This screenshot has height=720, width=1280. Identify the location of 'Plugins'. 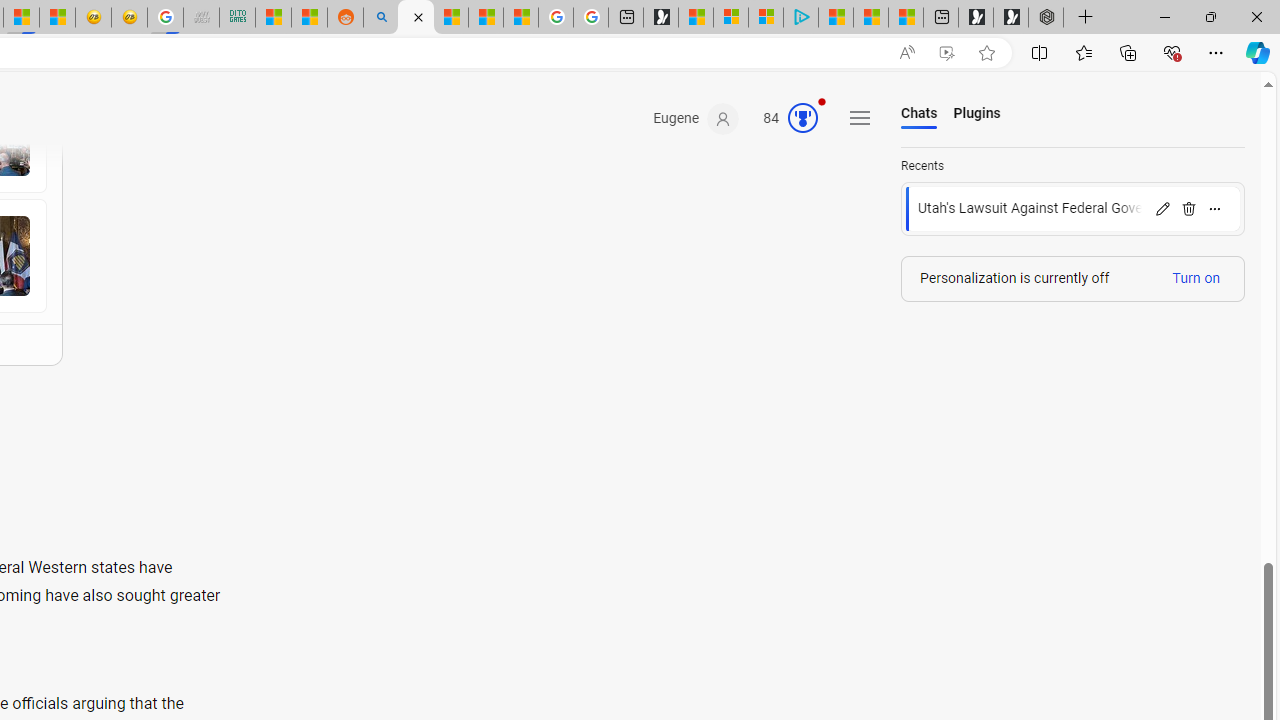
(977, 114).